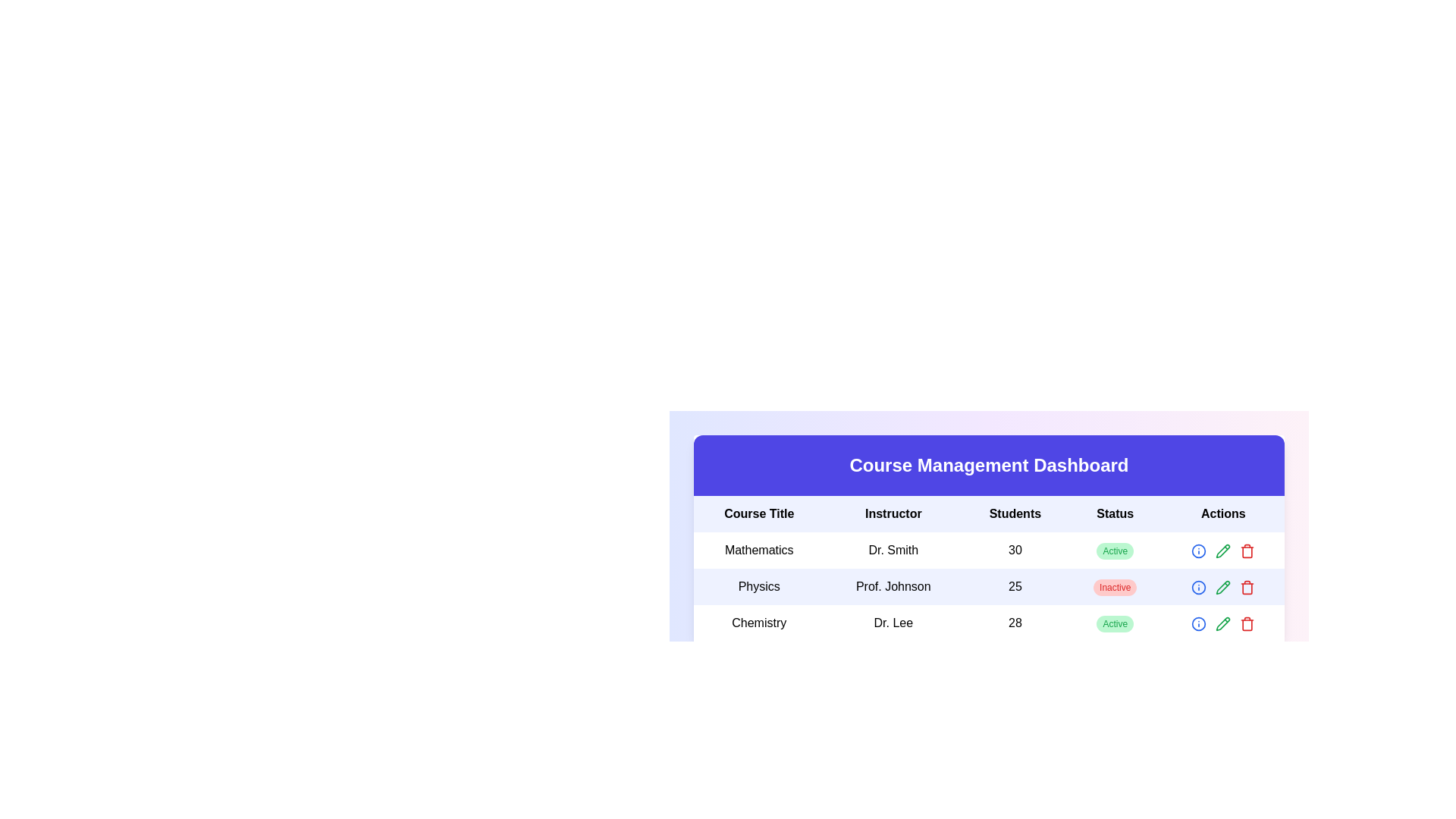 Image resolution: width=1456 pixels, height=819 pixels. What do you see at coordinates (1223, 551) in the screenshot?
I see `the green pencil icon in the 'Actions' column of the second row in the 'Course Management Dashboard' associated with the 'Physics' course` at bounding box center [1223, 551].